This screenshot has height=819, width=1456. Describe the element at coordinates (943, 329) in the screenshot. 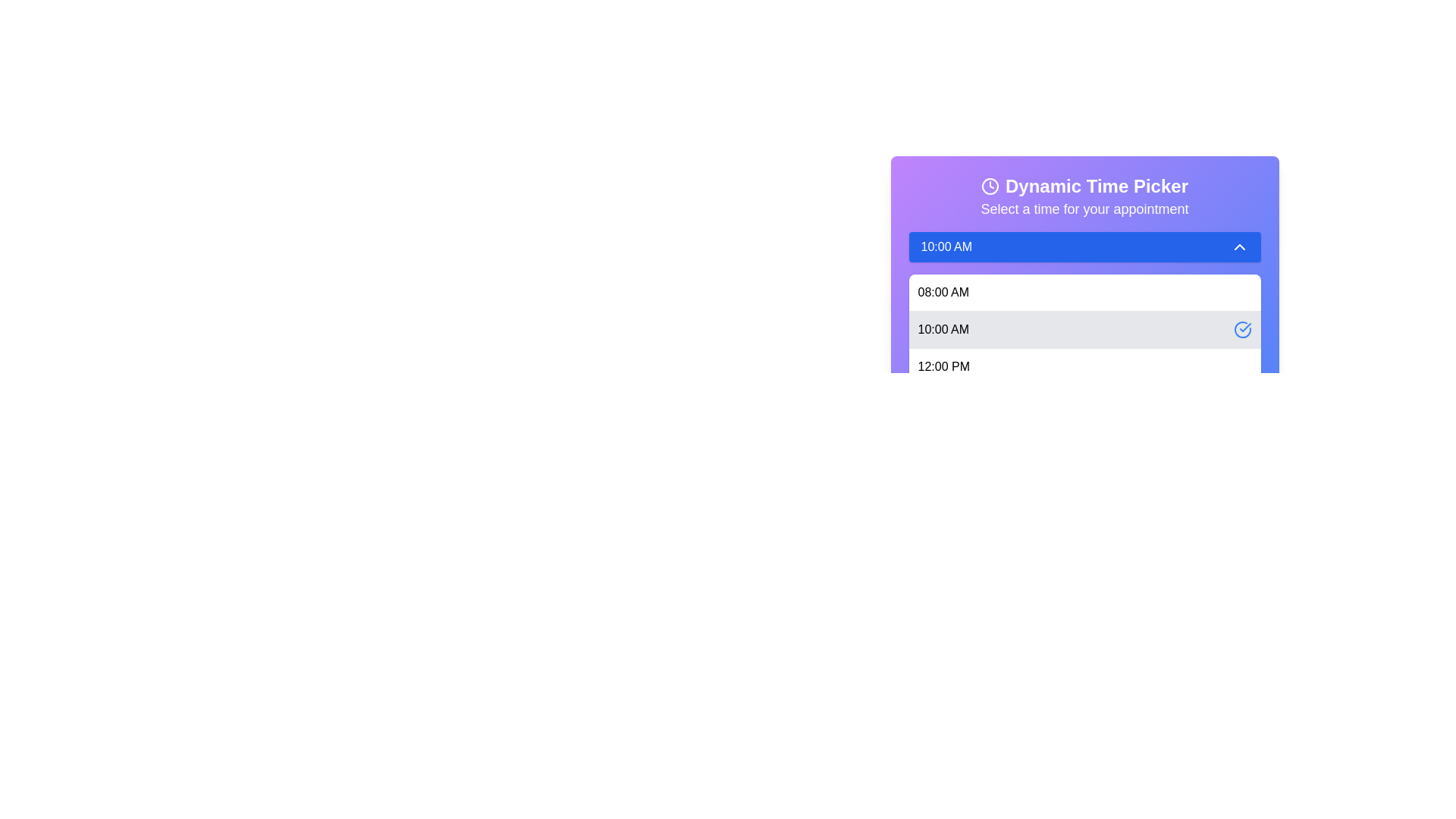

I see `the second visible time option in the dropdown list of the 'Dynamic Time Picker'` at that location.